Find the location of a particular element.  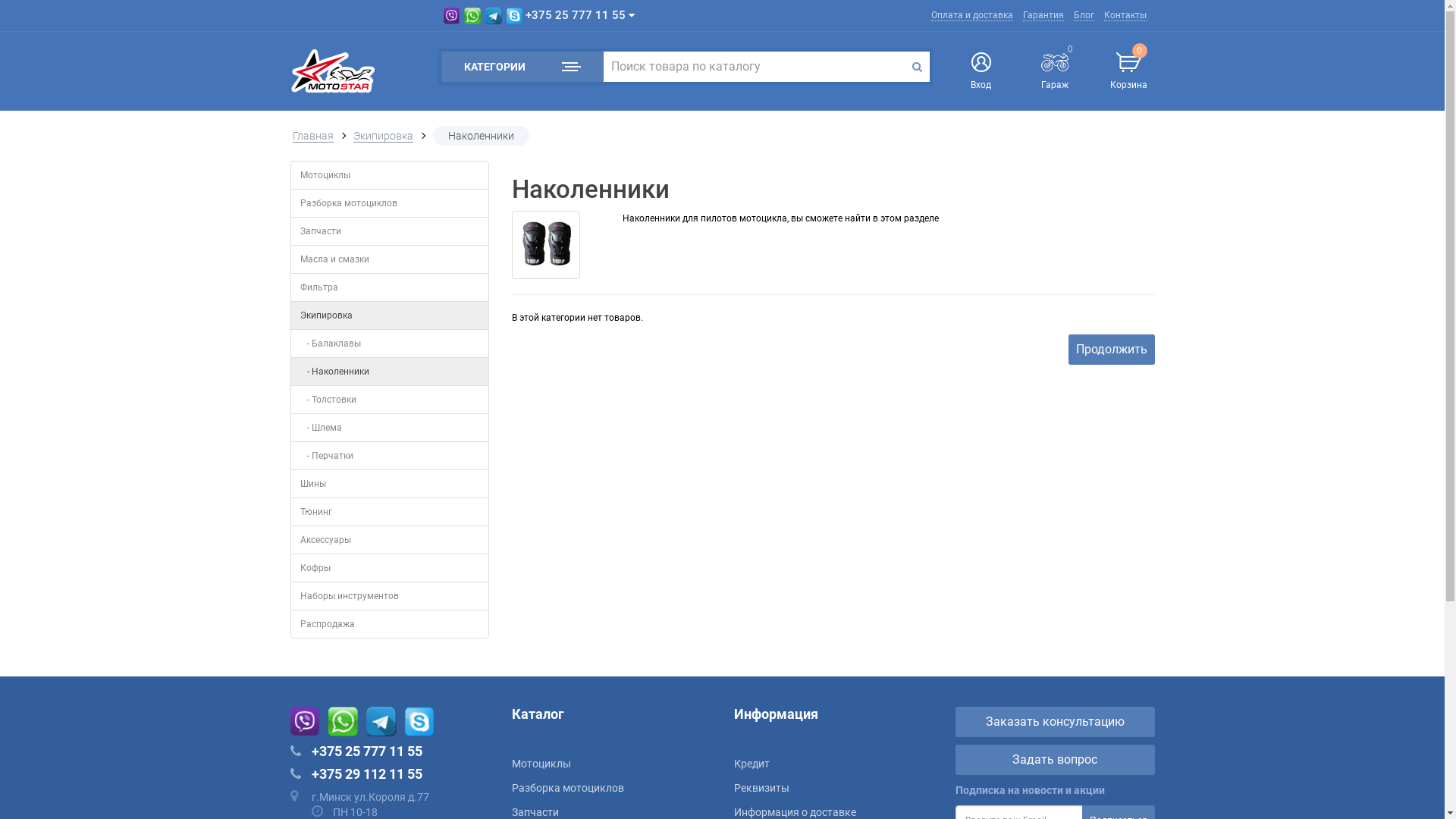

'+375 25 777 11 55' is located at coordinates (538, 15).